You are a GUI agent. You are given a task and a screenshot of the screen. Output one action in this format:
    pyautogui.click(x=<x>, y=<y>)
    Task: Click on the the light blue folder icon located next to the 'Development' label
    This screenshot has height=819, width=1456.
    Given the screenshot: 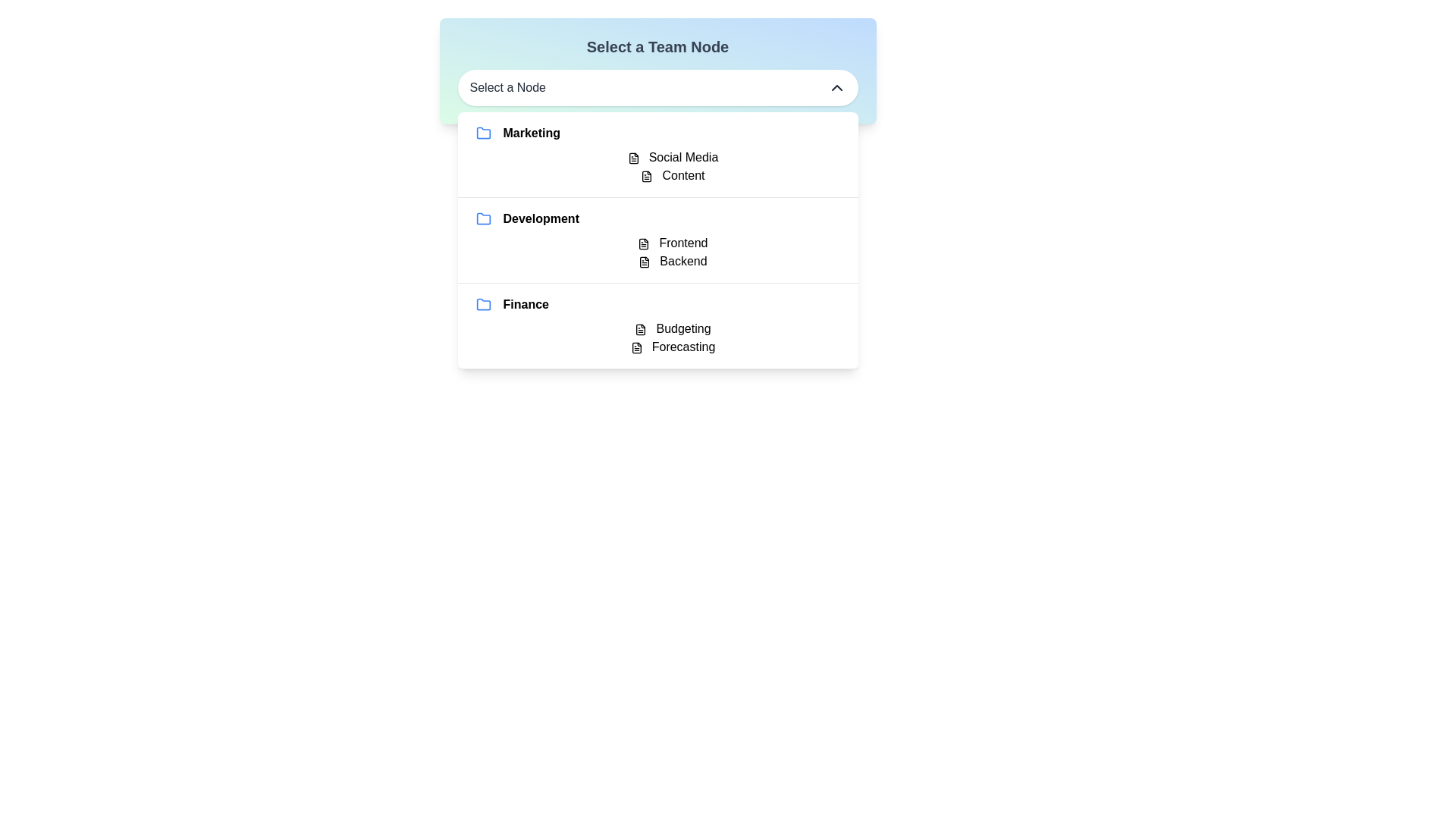 What is the action you would take?
    pyautogui.click(x=482, y=218)
    